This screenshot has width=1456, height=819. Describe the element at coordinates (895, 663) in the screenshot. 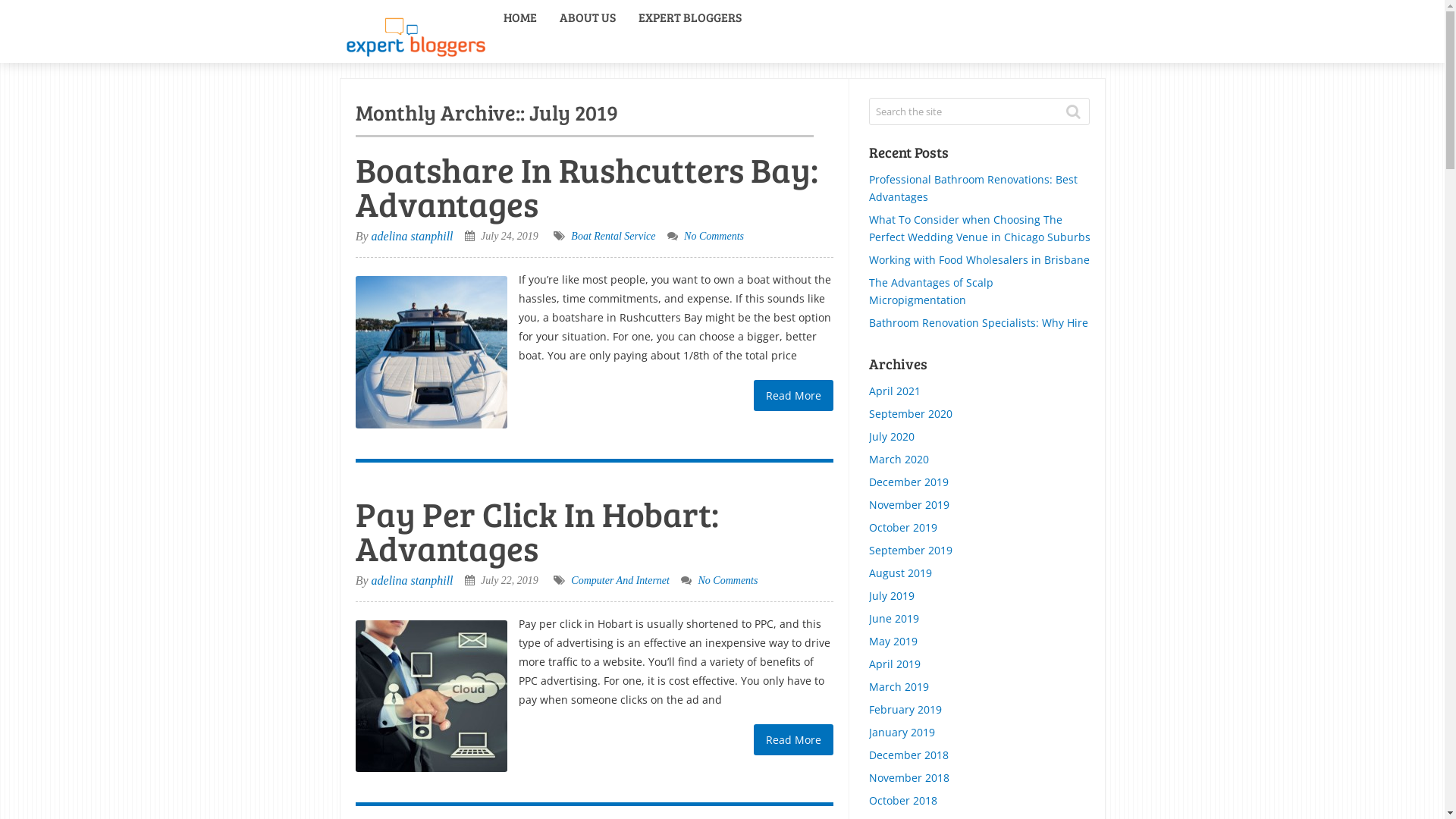

I see `'April 2019'` at that location.